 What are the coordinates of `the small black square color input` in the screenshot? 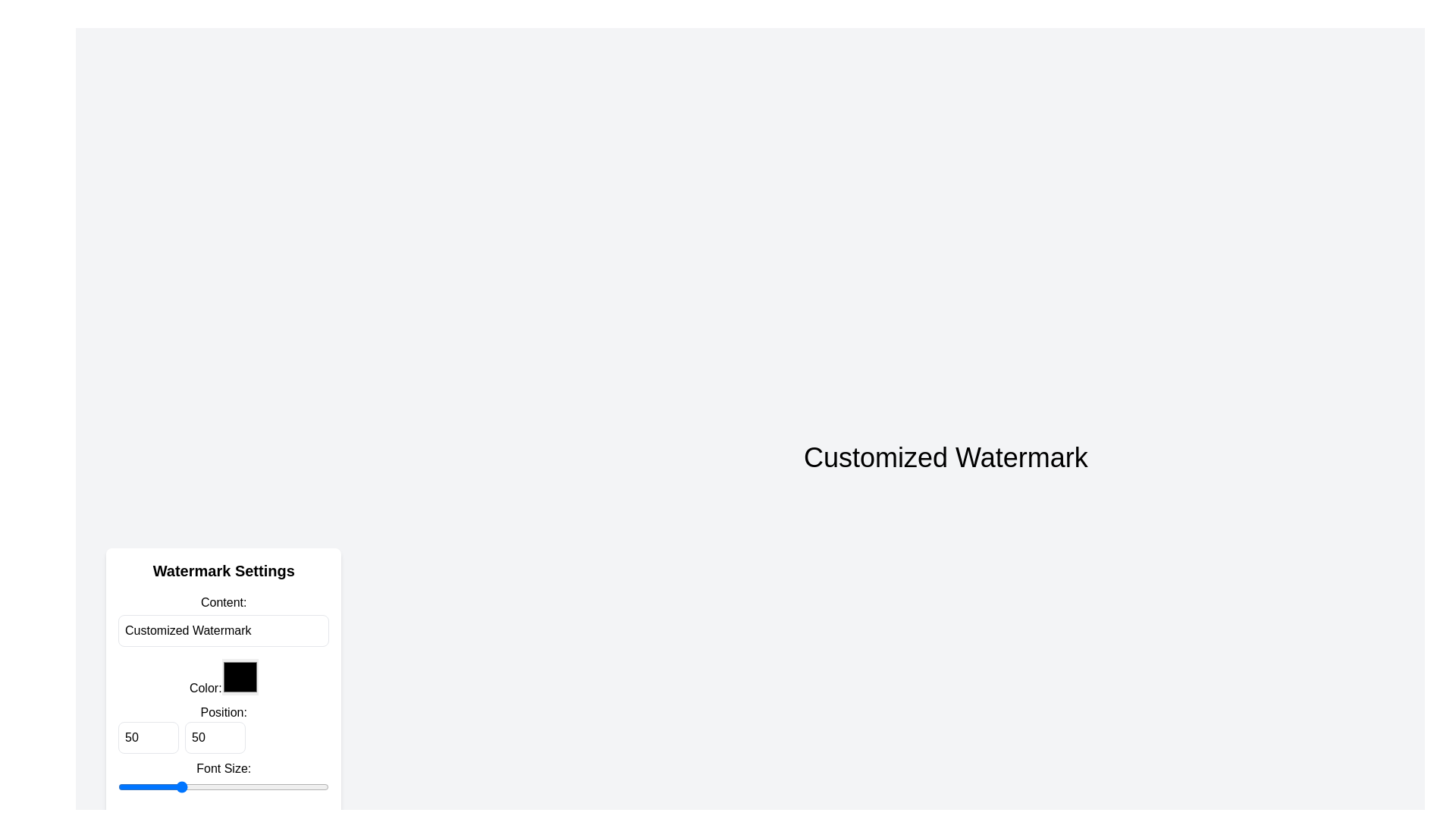 It's located at (239, 676).